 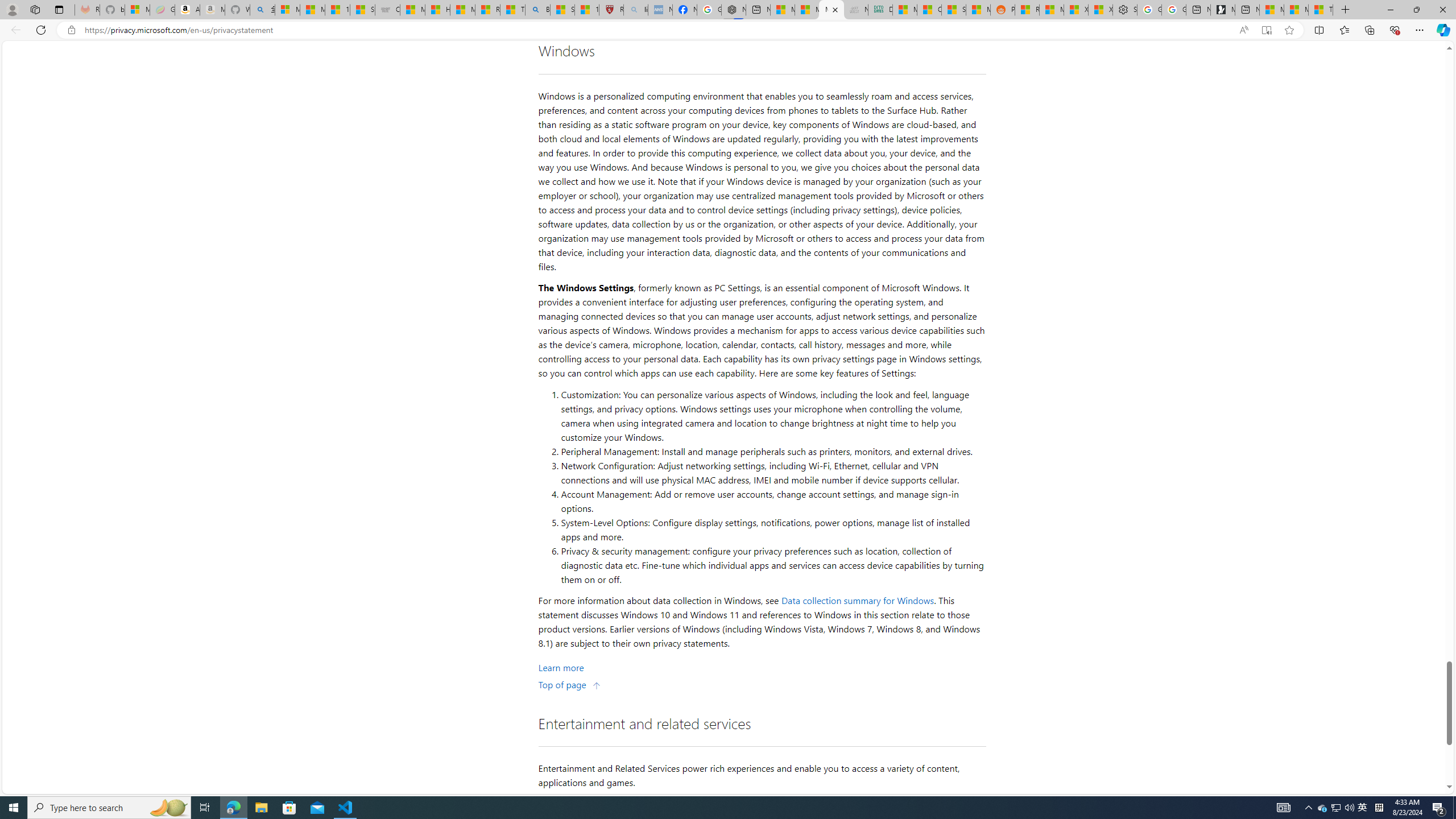 I want to click on '12 Popular Science Lies that Must be Corrected', so click(x=586, y=9).